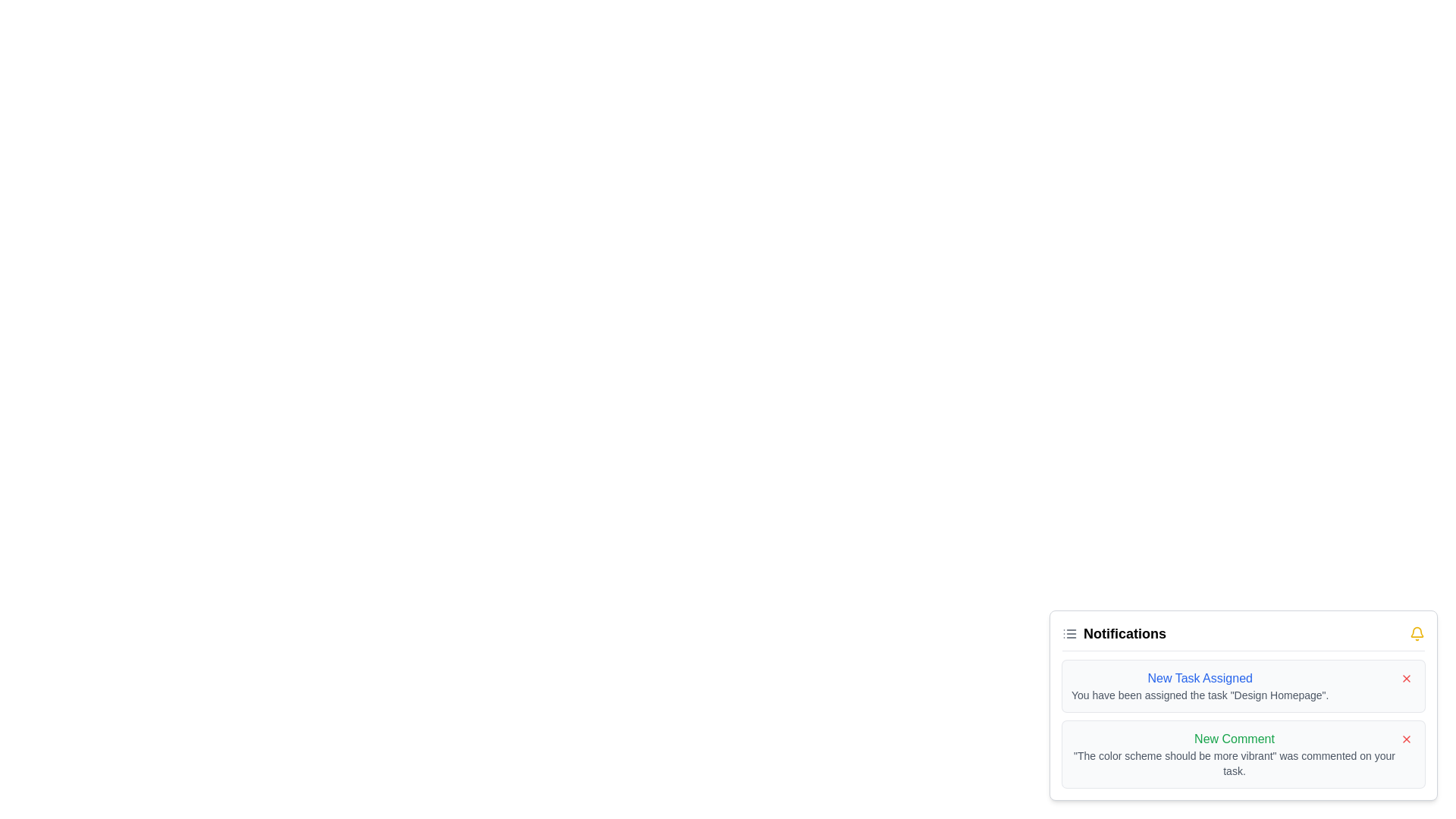  What do you see at coordinates (1405, 677) in the screenshot?
I see `the small red 'X' icon button located at the bottom-right of the notification box next to the 'New Task Assigned' message` at bounding box center [1405, 677].